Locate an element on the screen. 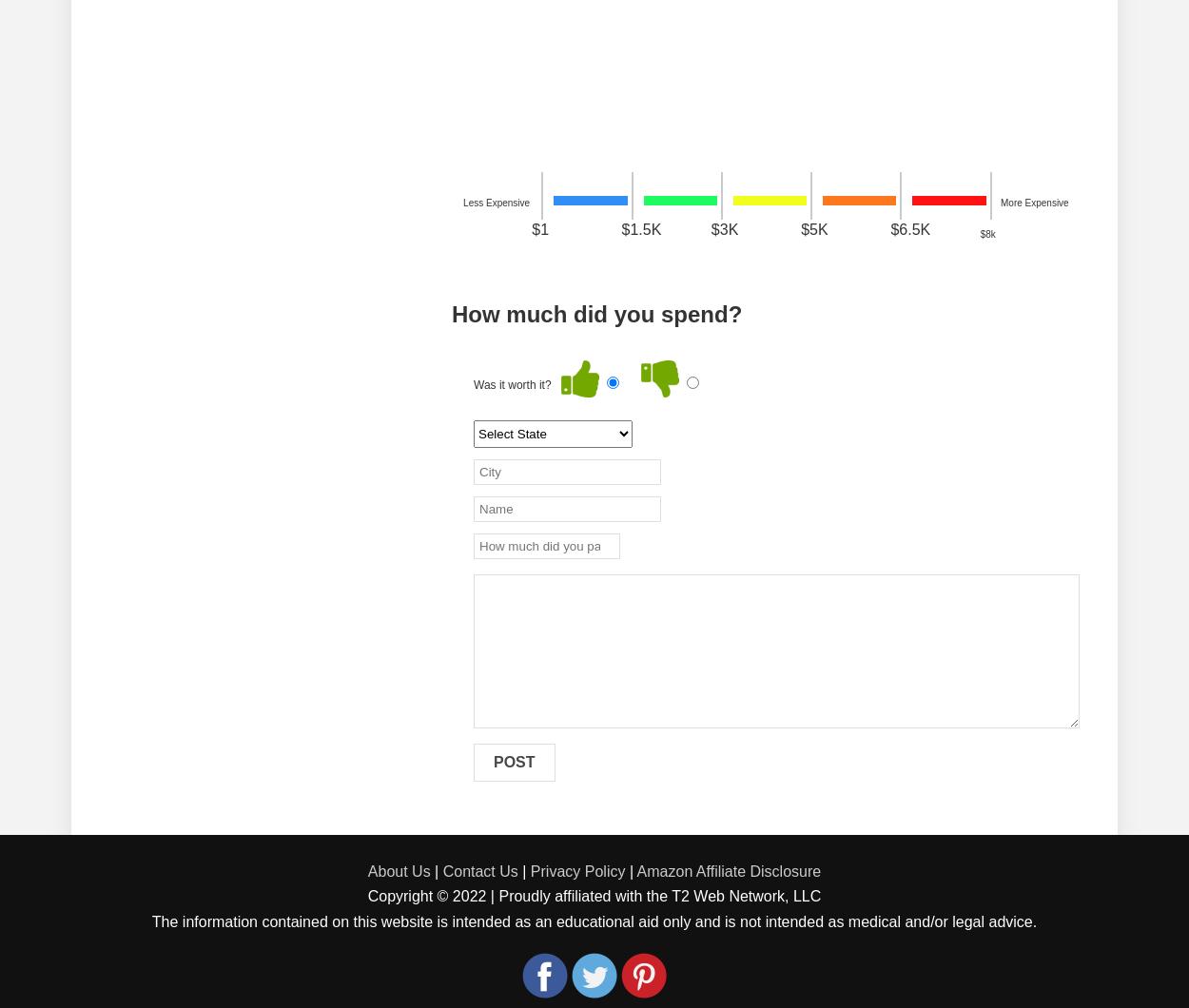  '$6.5K' is located at coordinates (908, 228).